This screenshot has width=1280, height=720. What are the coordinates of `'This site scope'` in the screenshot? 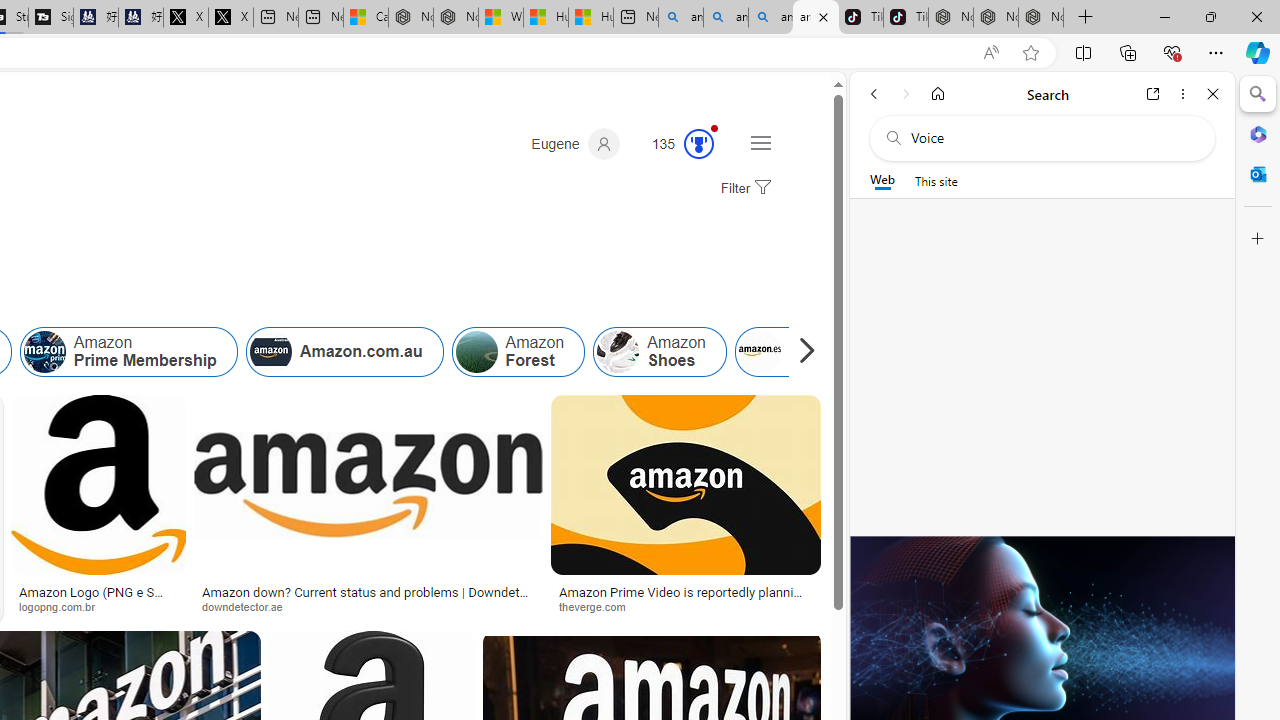 It's located at (935, 180).